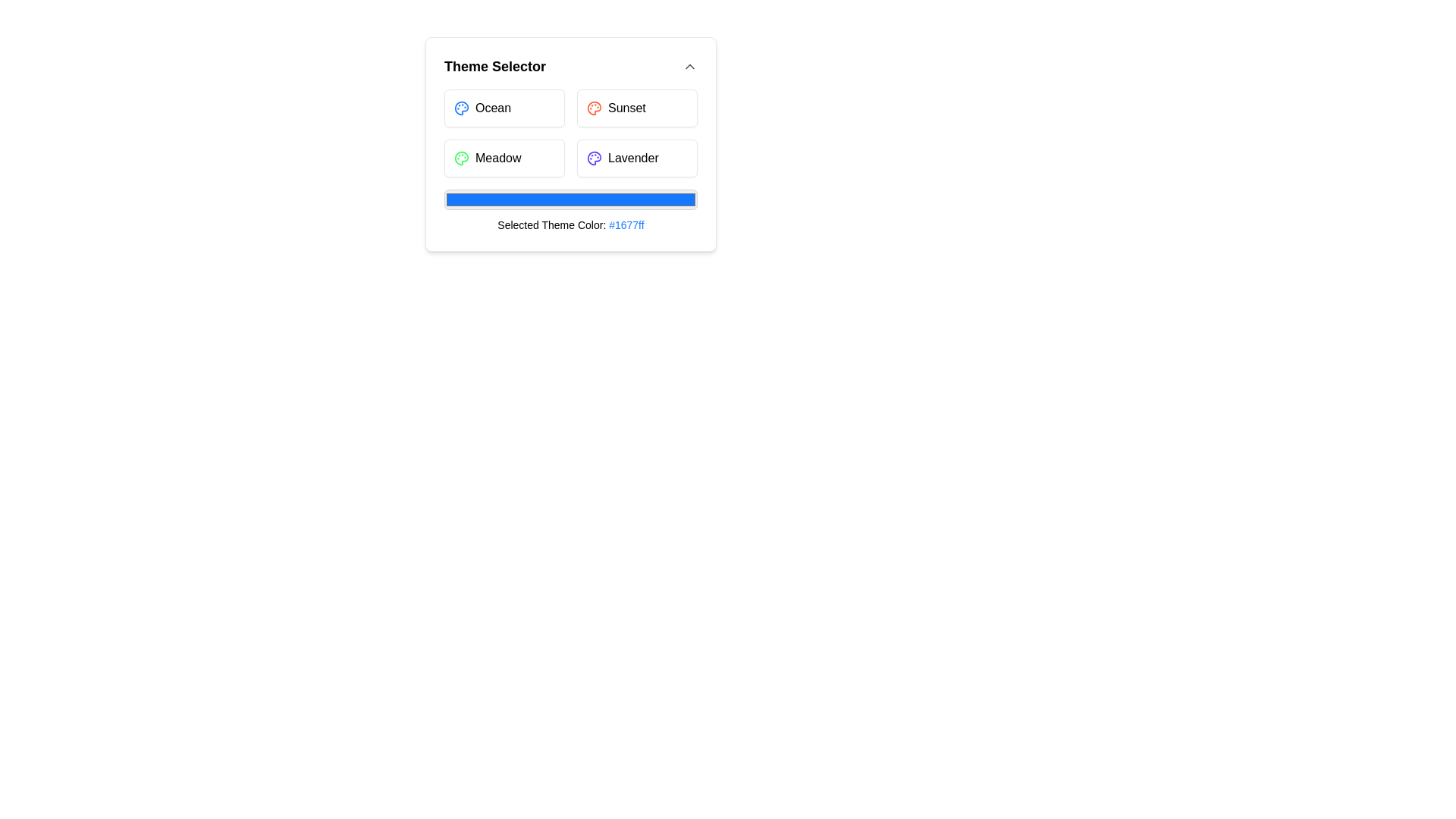 Image resolution: width=1456 pixels, height=819 pixels. What do you see at coordinates (504, 107) in the screenshot?
I see `the 'Ocean' button in the upper-left quadrant of the grid layout to interact` at bounding box center [504, 107].